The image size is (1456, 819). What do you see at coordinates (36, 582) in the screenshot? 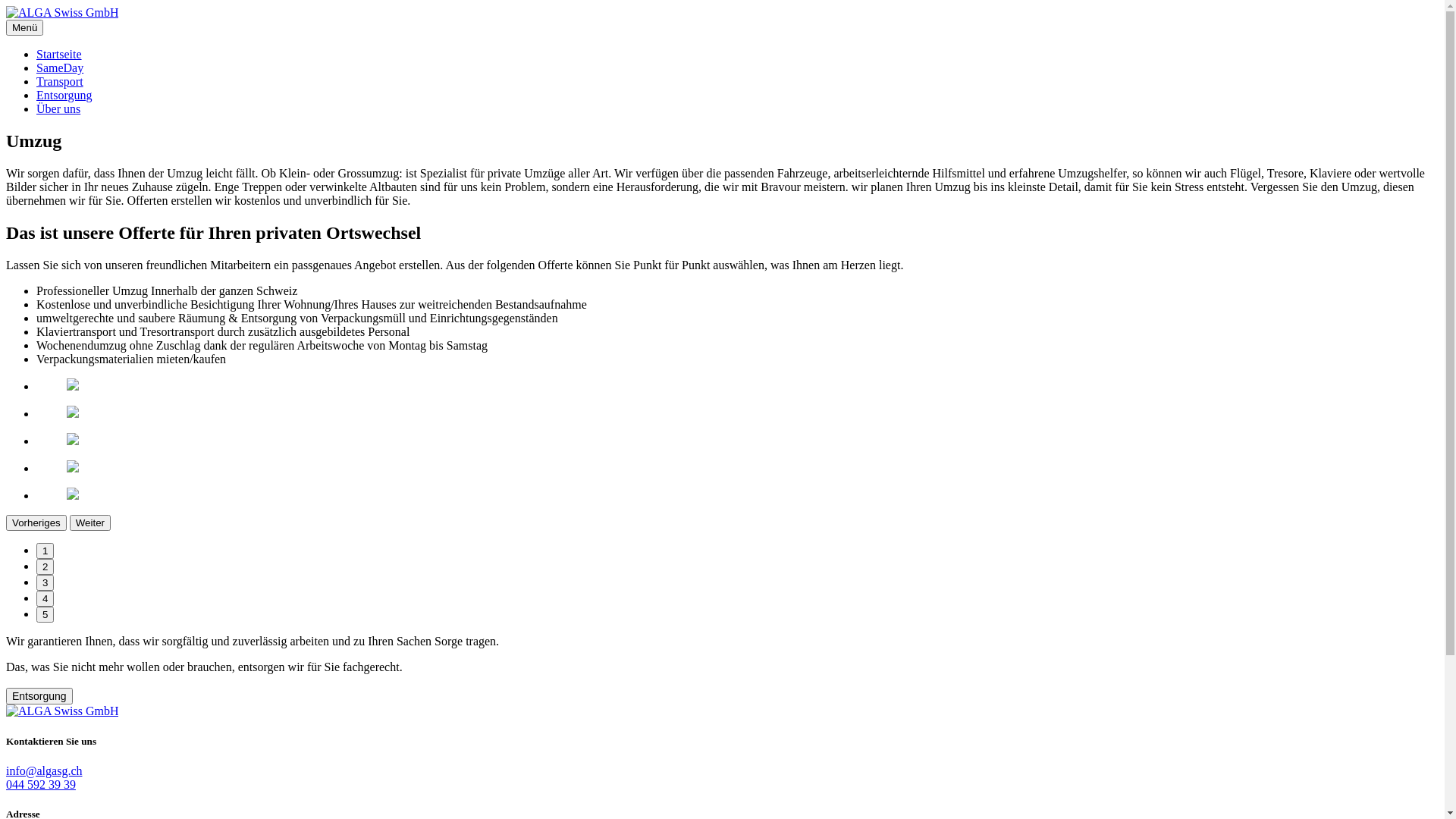
I see `'3'` at bounding box center [36, 582].